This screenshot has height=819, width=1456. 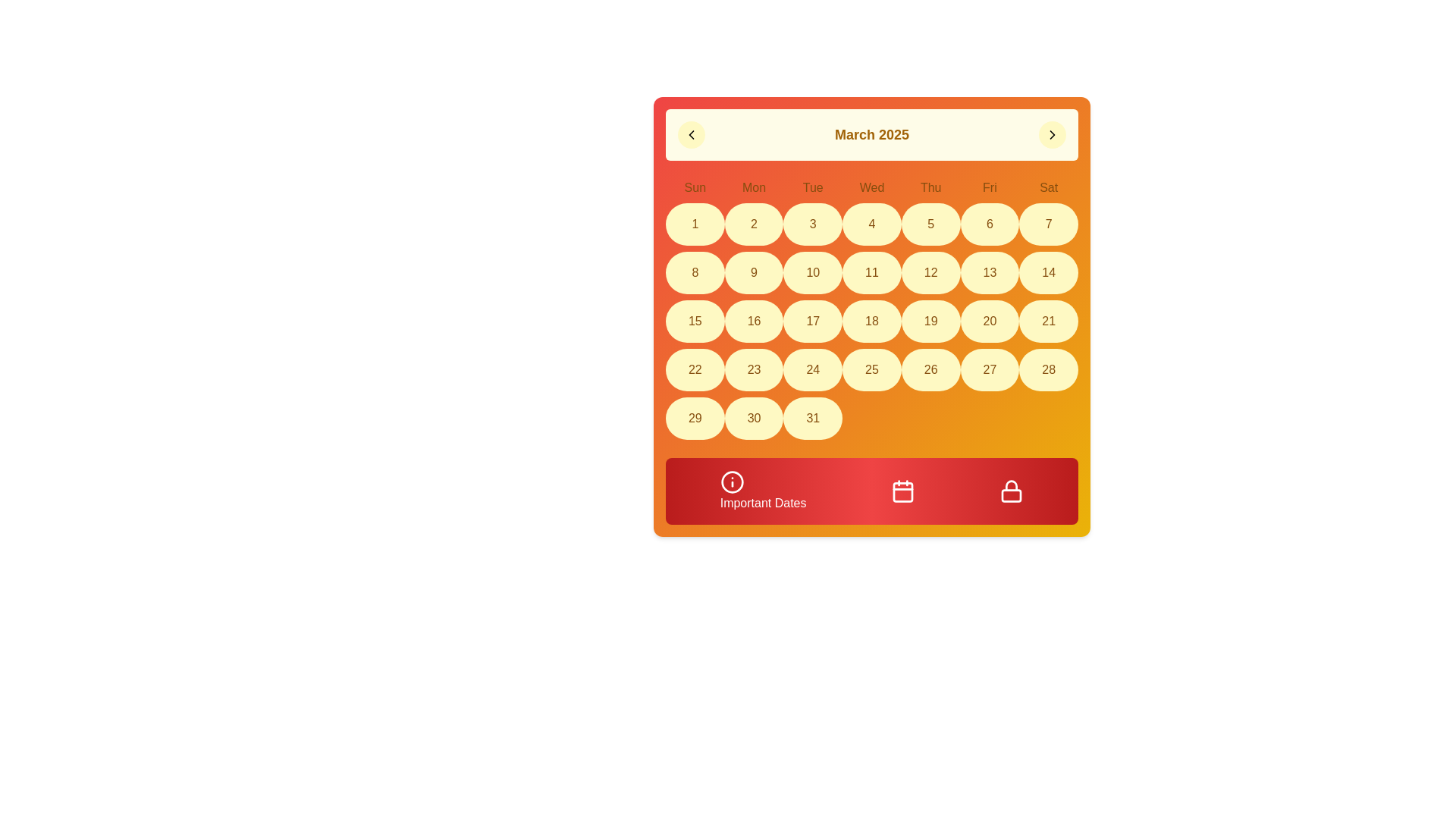 I want to click on the circular Textual Display element with the number '23' in a brown font, so click(x=754, y=370).